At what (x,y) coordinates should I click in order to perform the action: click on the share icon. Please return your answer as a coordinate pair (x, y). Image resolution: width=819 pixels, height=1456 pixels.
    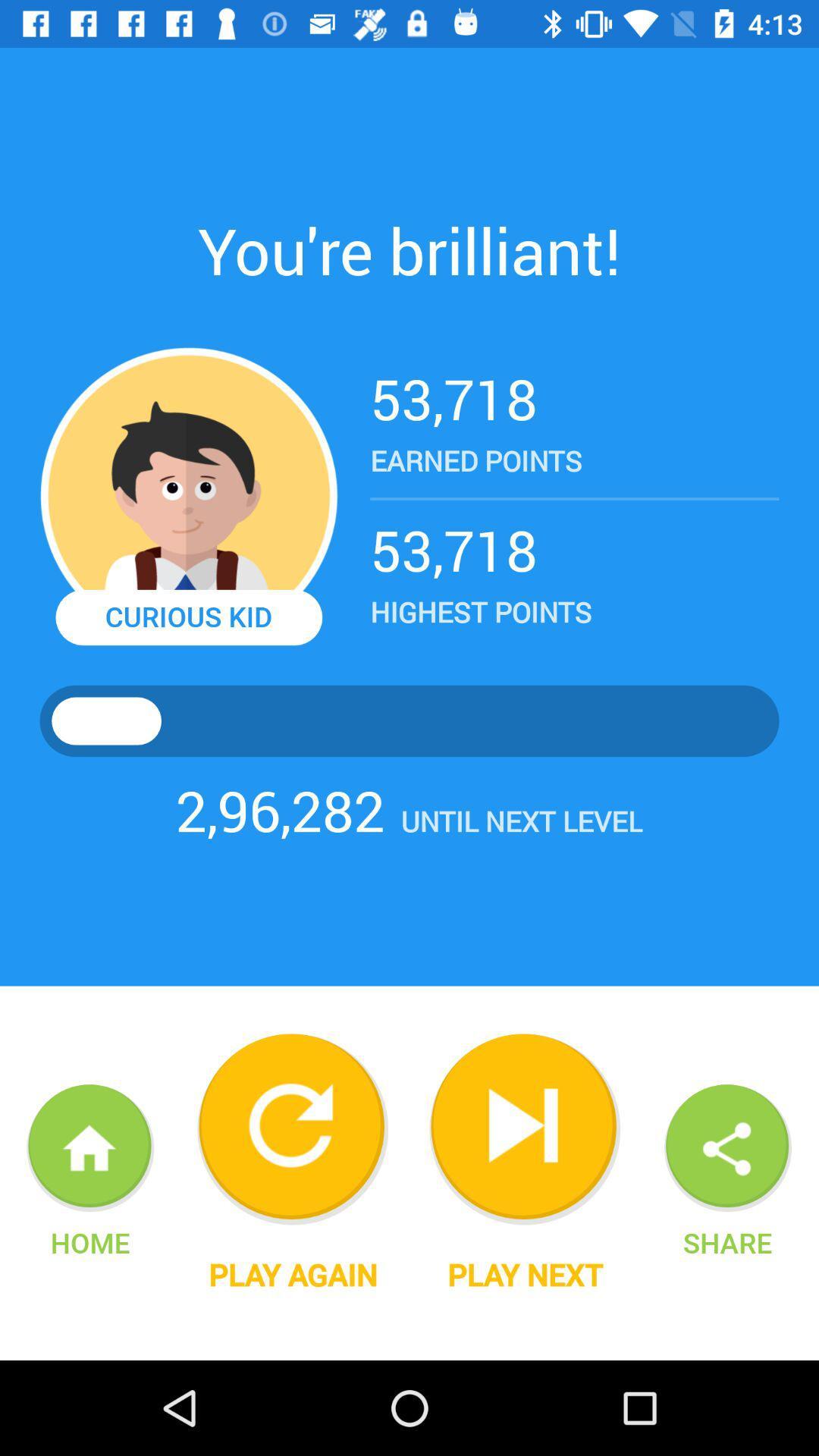
    Looking at the image, I should click on (727, 1148).